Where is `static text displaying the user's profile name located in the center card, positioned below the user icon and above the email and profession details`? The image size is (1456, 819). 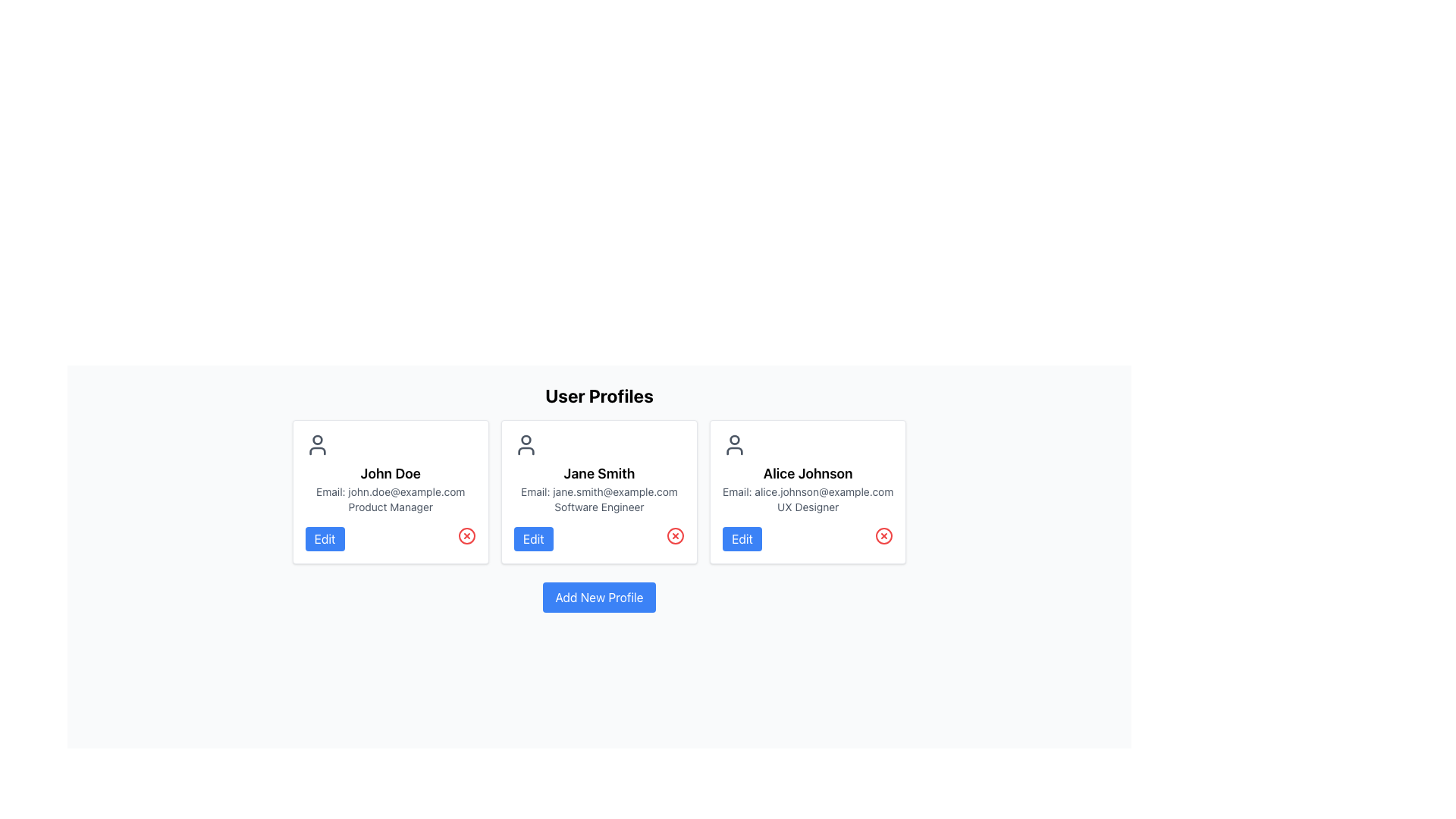 static text displaying the user's profile name located in the center card, positioned below the user icon and above the email and profession details is located at coordinates (598, 472).